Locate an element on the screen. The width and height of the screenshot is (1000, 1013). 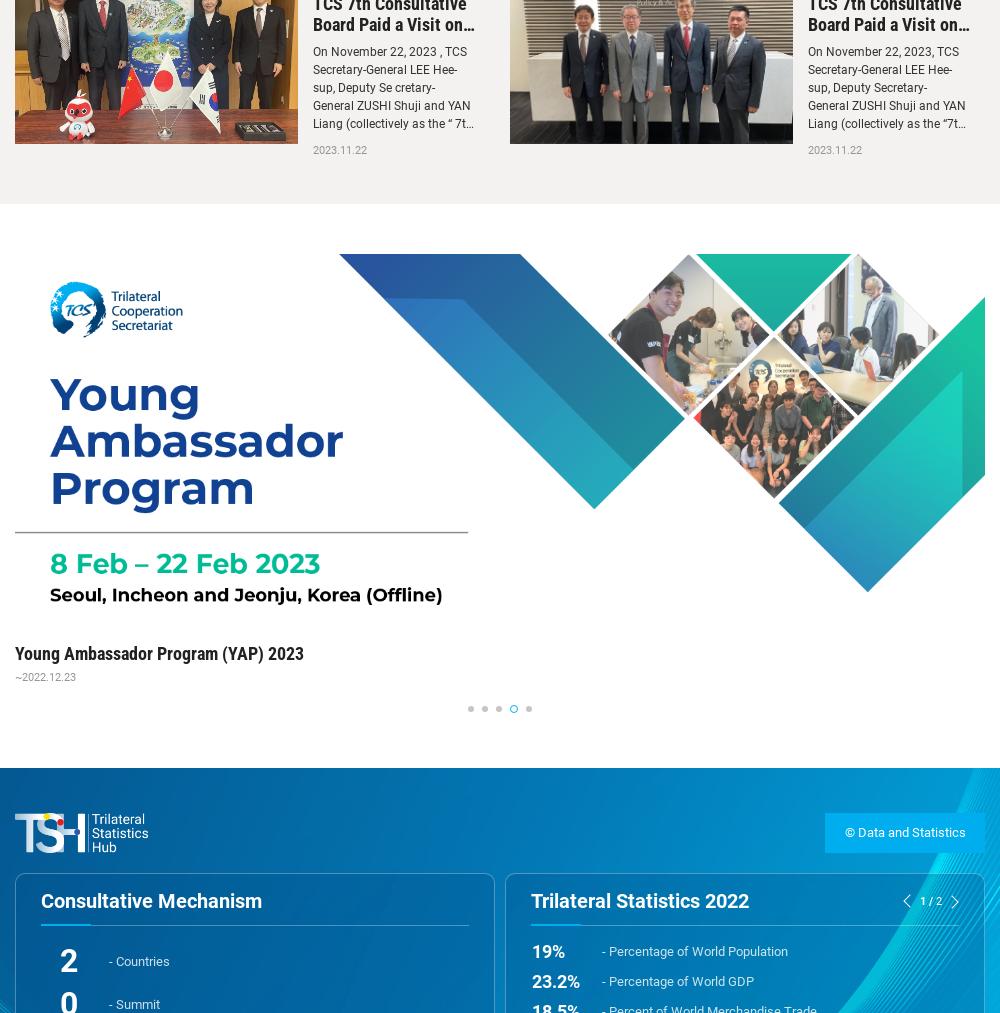
'Thousand, units' is located at coordinates (556, 838).